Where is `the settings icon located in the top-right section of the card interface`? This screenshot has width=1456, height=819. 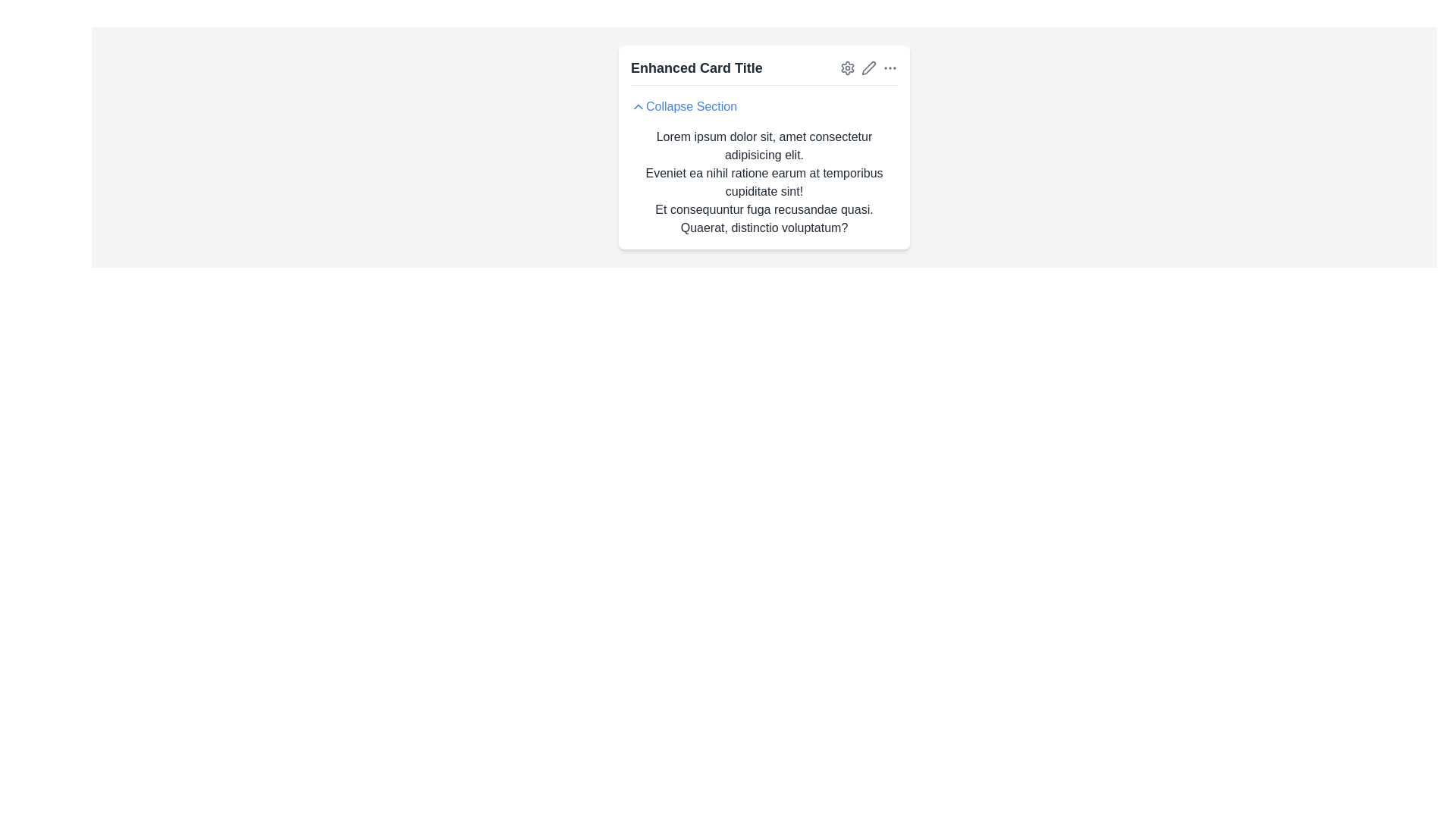
the settings icon located in the top-right section of the card interface is located at coordinates (847, 67).